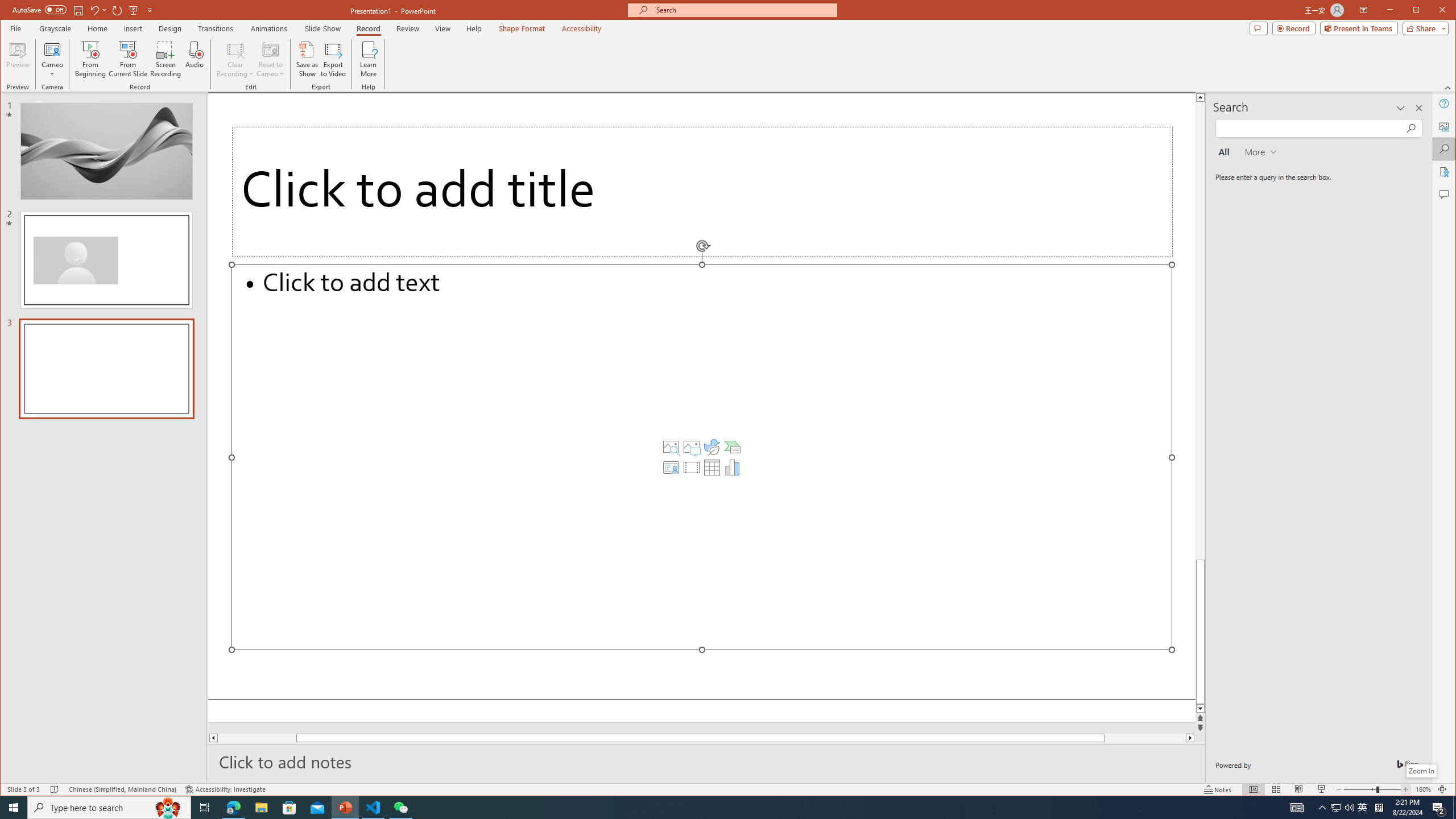  I want to click on 'Alt Text', so click(1444, 126).